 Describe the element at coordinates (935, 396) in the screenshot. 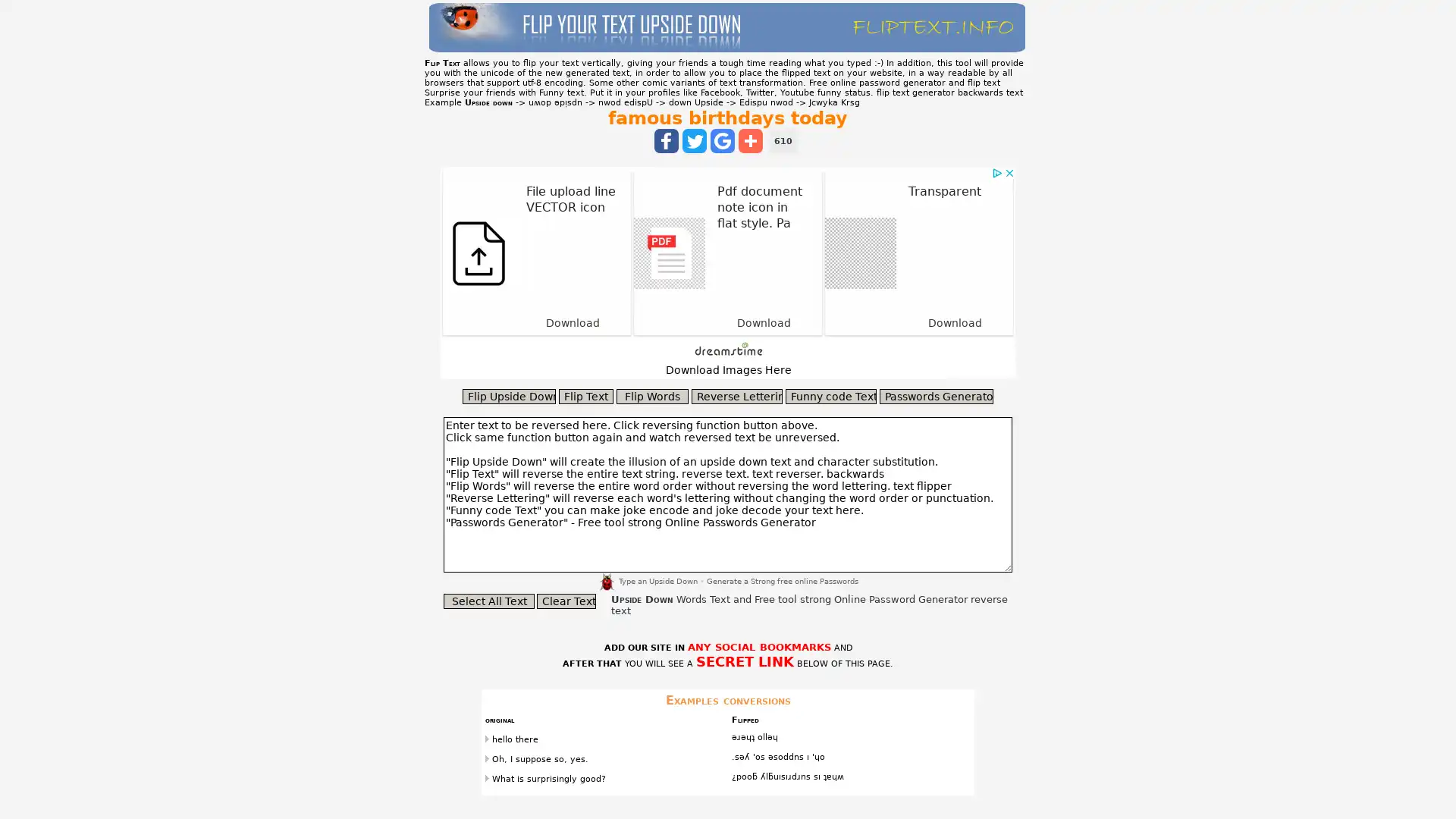

I see `Passwords Generator` at that location.